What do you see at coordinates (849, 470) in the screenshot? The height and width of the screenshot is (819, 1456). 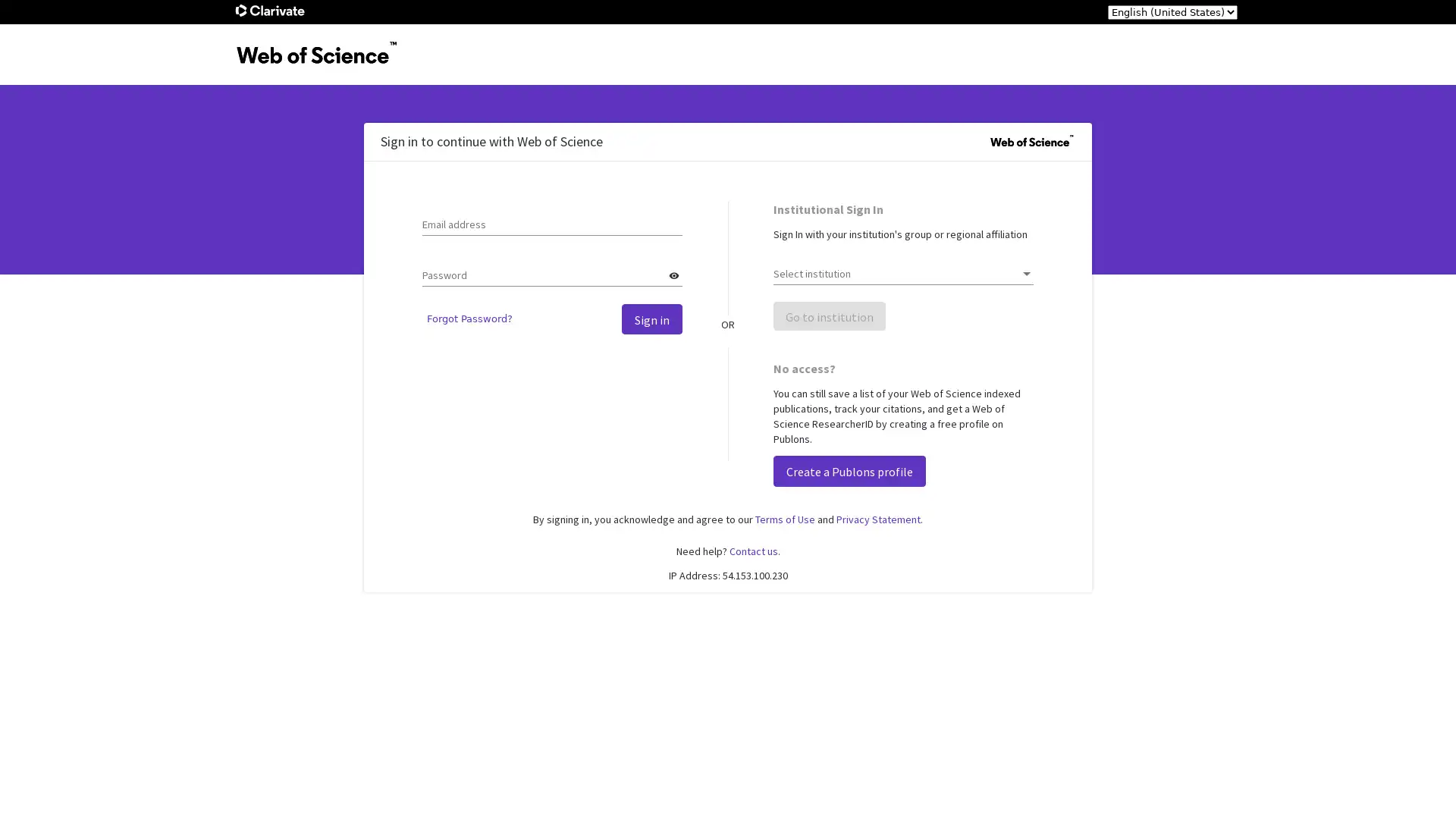 I see `Create a Publons profile` at bounding box center [849, 470].